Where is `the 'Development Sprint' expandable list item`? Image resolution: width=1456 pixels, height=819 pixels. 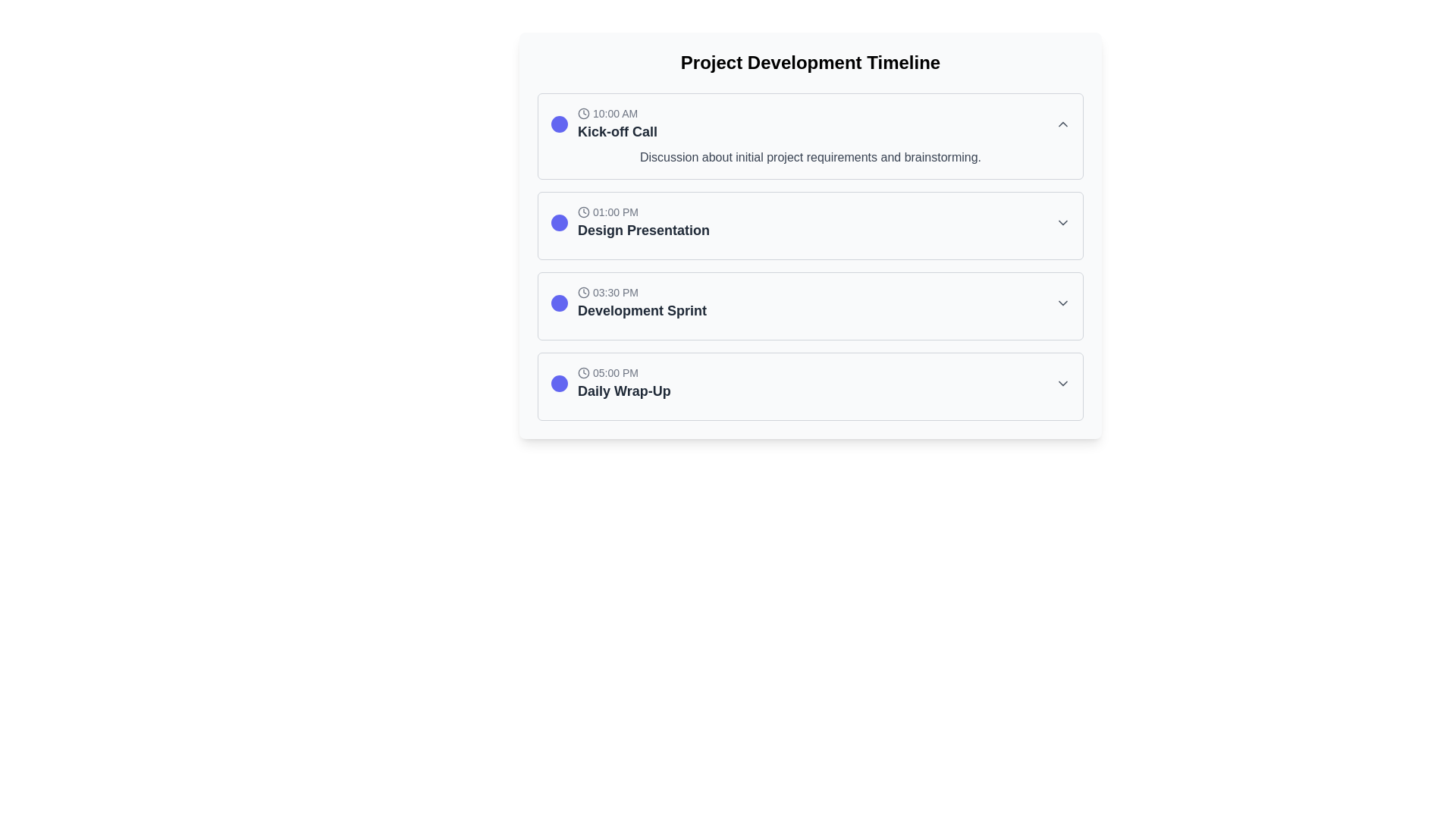 the 'Development Sprint' expandable list item is located at coordinates (810, 303).